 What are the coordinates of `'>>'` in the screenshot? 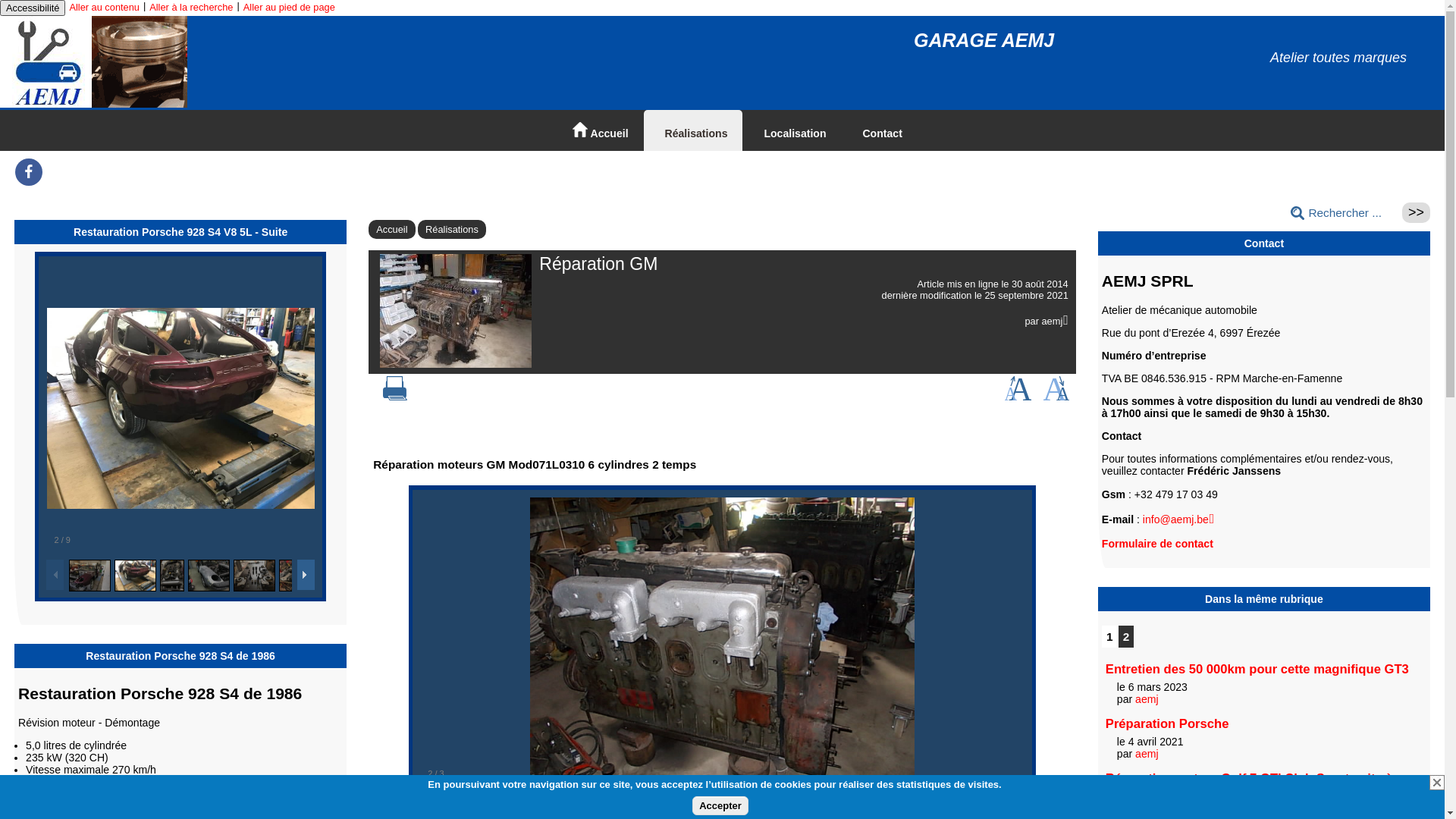 It's located at (1415, 212).